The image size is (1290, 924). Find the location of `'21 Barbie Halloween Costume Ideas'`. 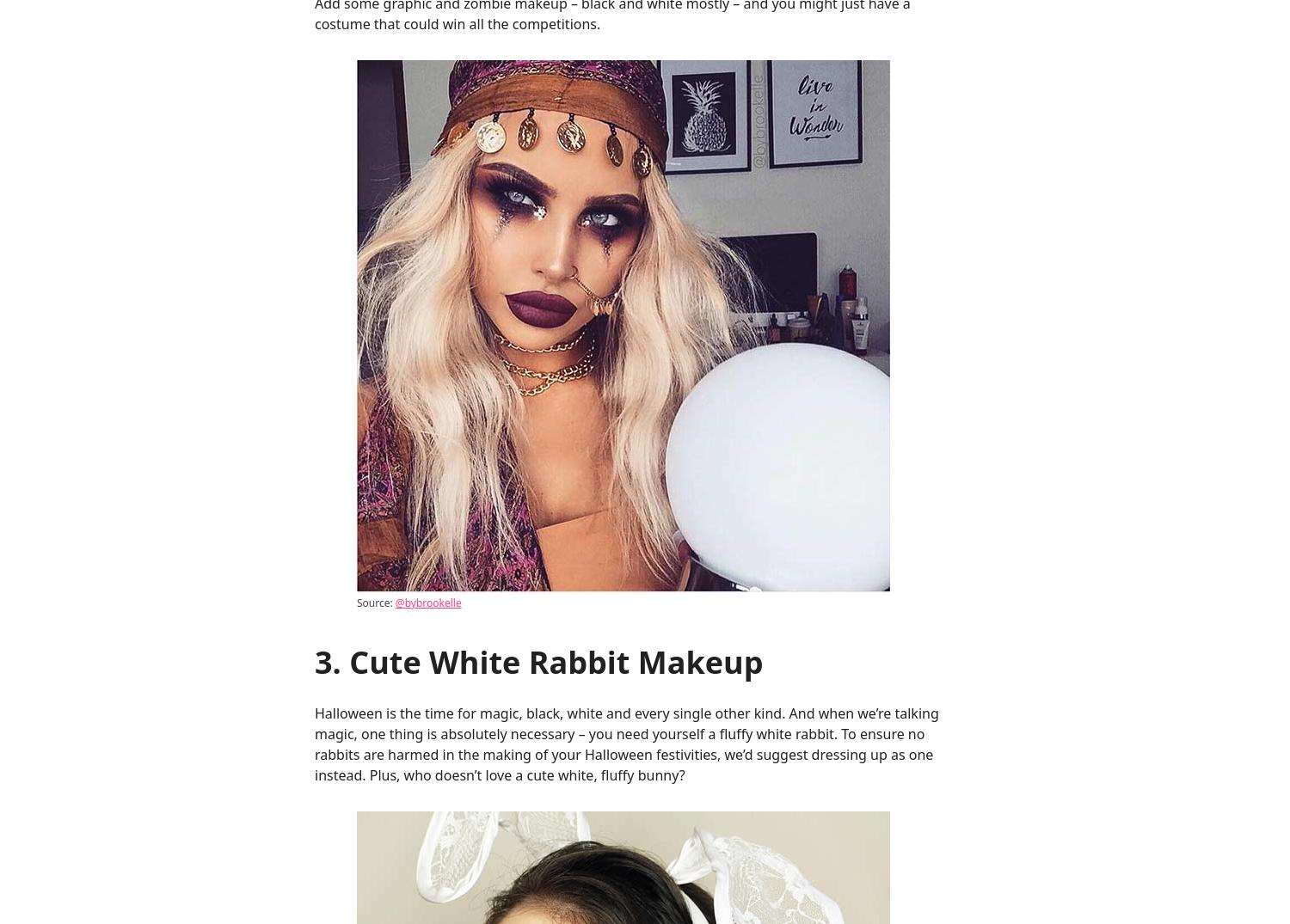

'21 Barbie Halloween Costume Ideas' is located at coordinates (625, 59).